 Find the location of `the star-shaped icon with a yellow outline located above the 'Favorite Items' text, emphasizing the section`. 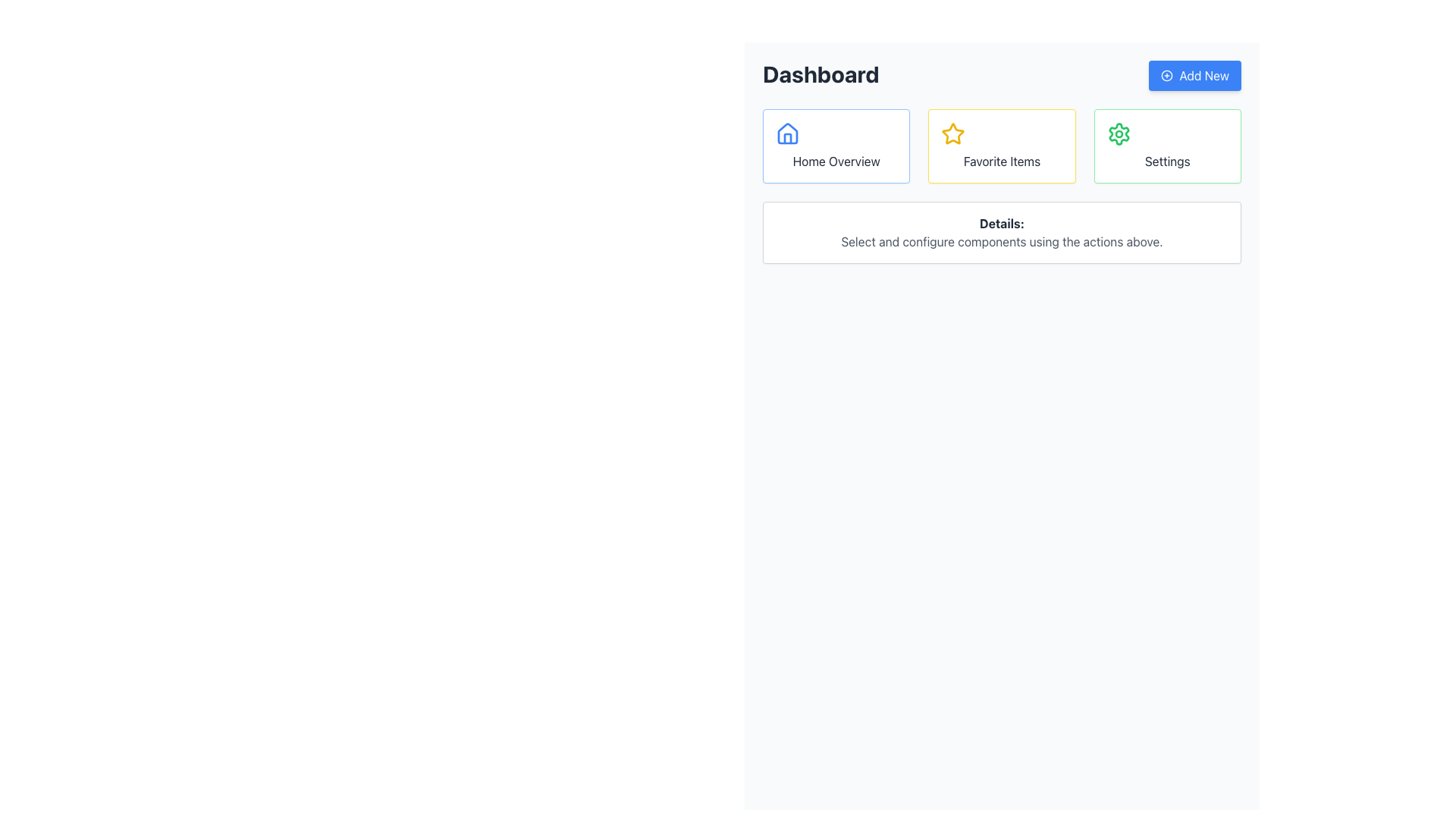

the star-shaped icon with a yellow outline located above the 'Favorite Items' text, emphasizing the section is located at coordinates (952, 133).